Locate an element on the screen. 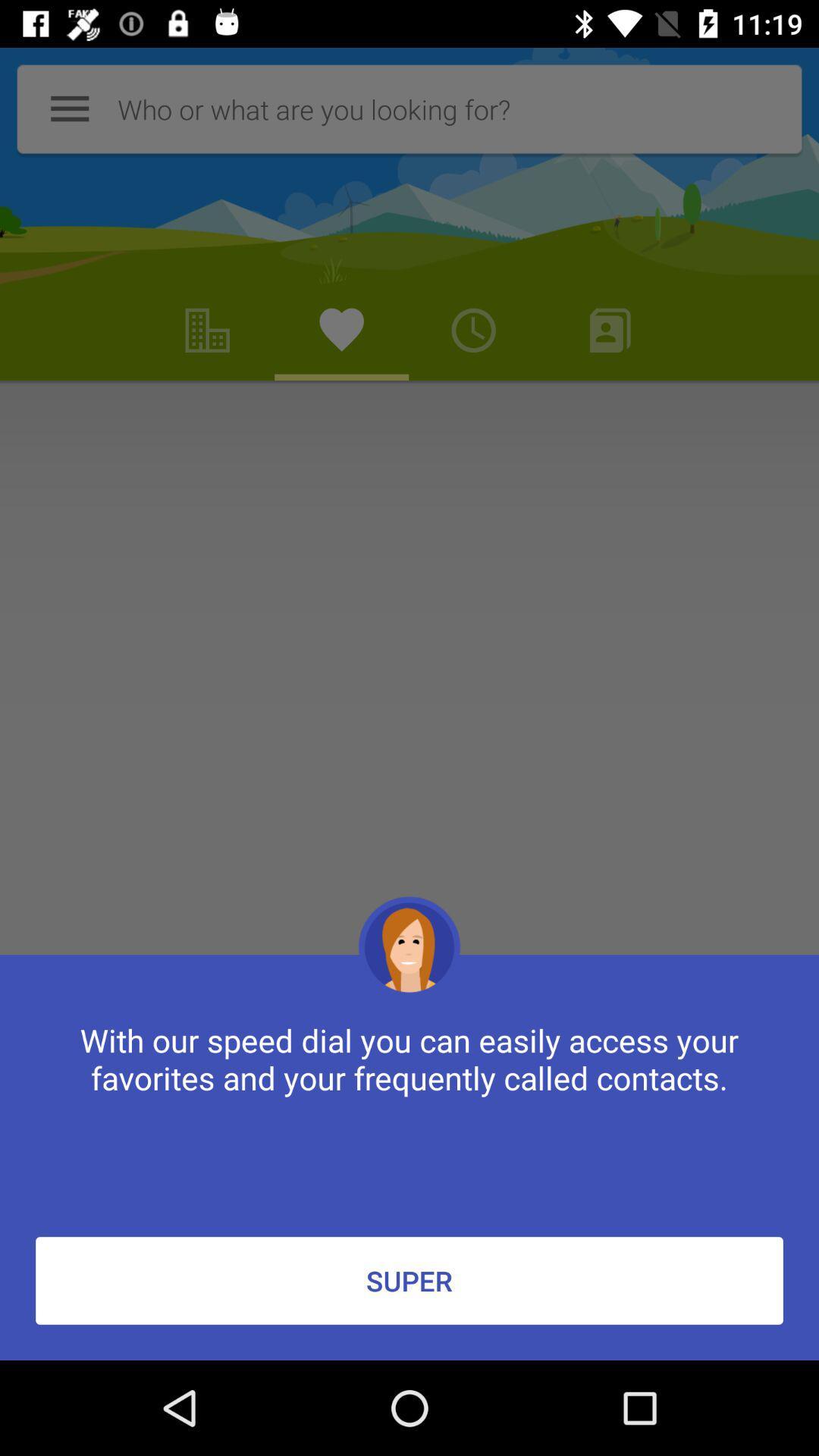  the heart symbol is located at coordinates (342, 330).